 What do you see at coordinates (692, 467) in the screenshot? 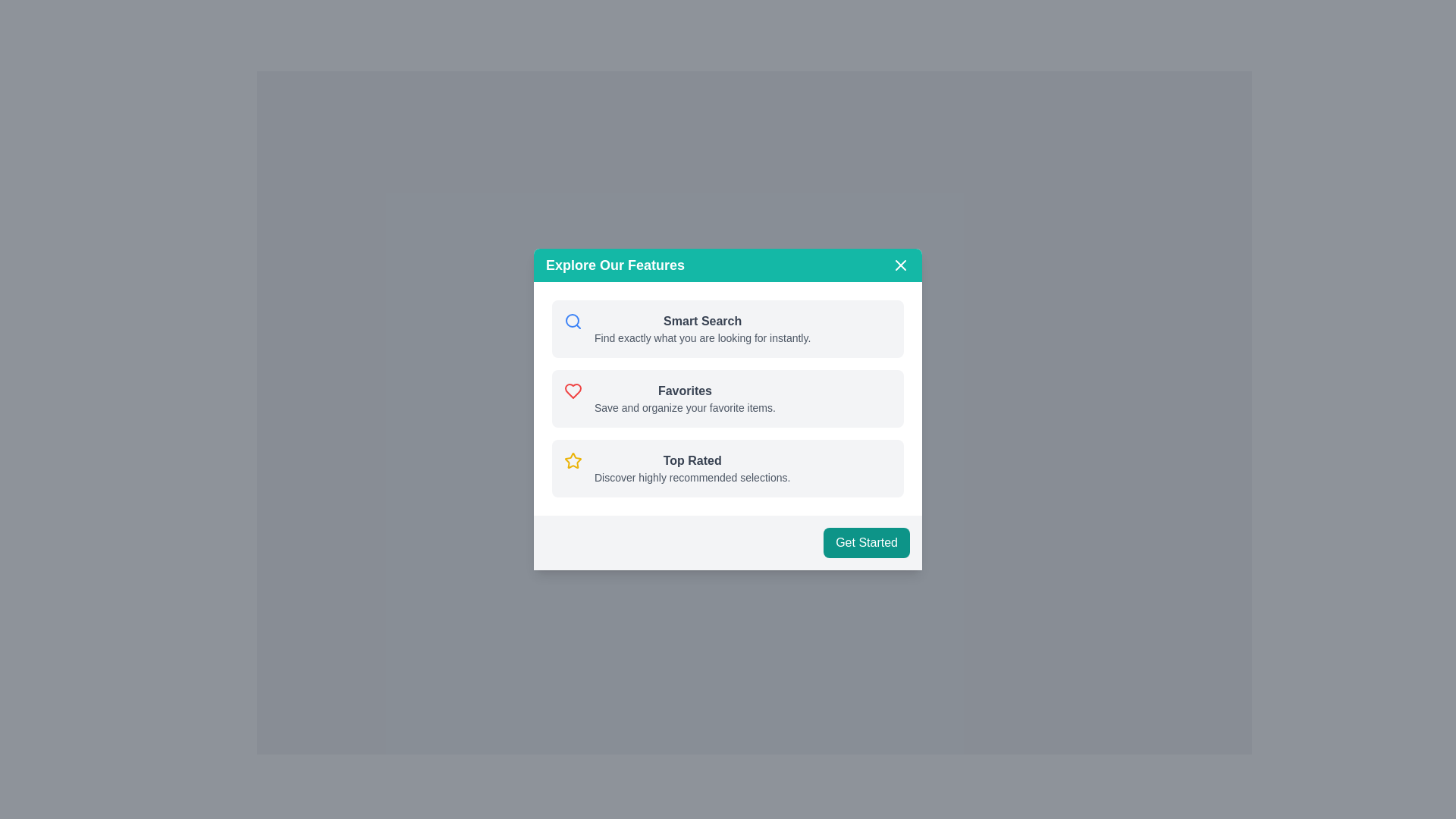
I see `informational text element titled 'Top Rated' which includes the subtitle 'Discover highly recommended selections.'` at bounding box center [692, 467].